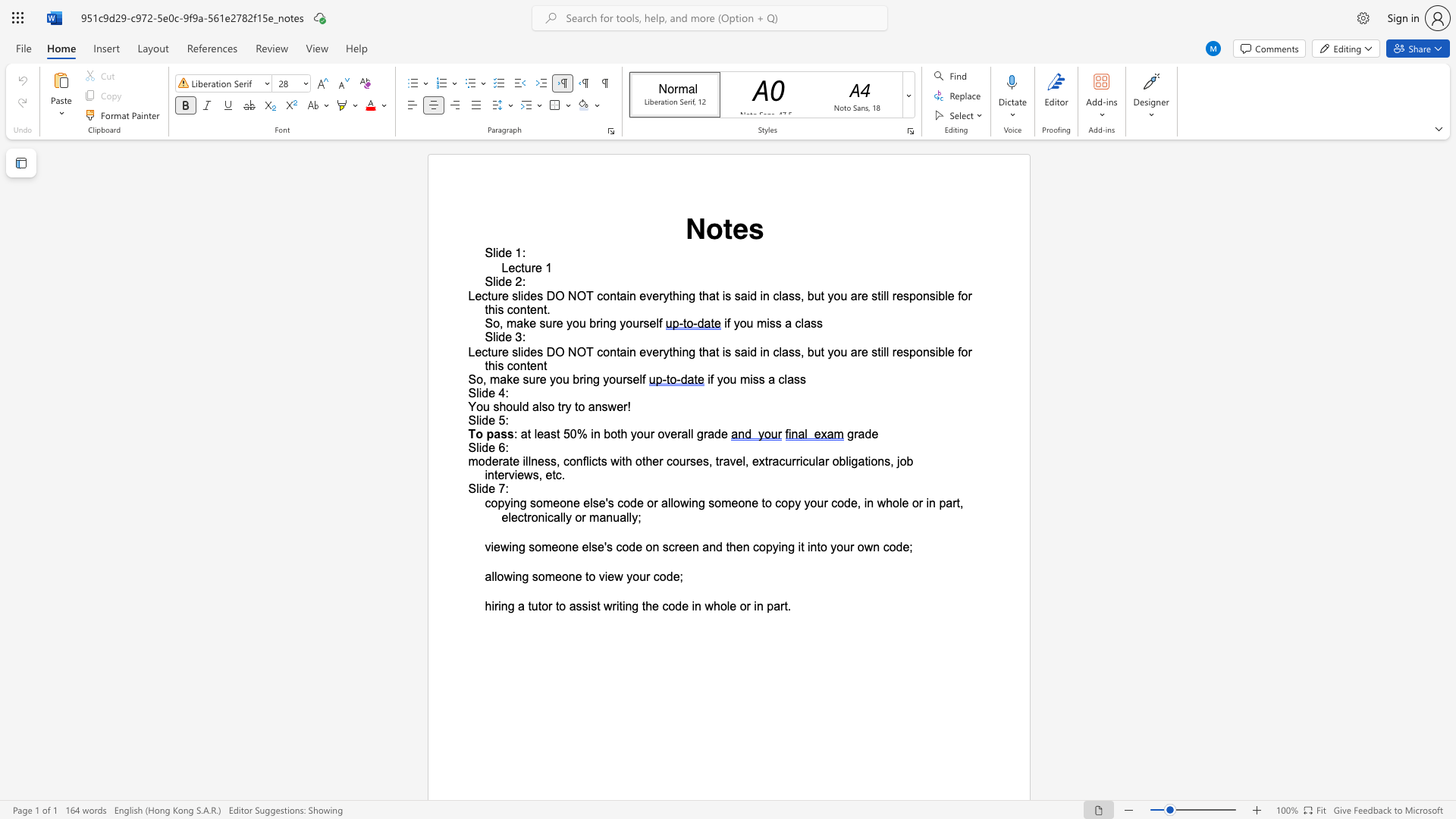 This screenshot has width=1456, height=819. Describe the element at coordinates (746, 322) in the screenshot. I see `the subset text "u miss a clas" within the text "if you miss a class"` at that location.